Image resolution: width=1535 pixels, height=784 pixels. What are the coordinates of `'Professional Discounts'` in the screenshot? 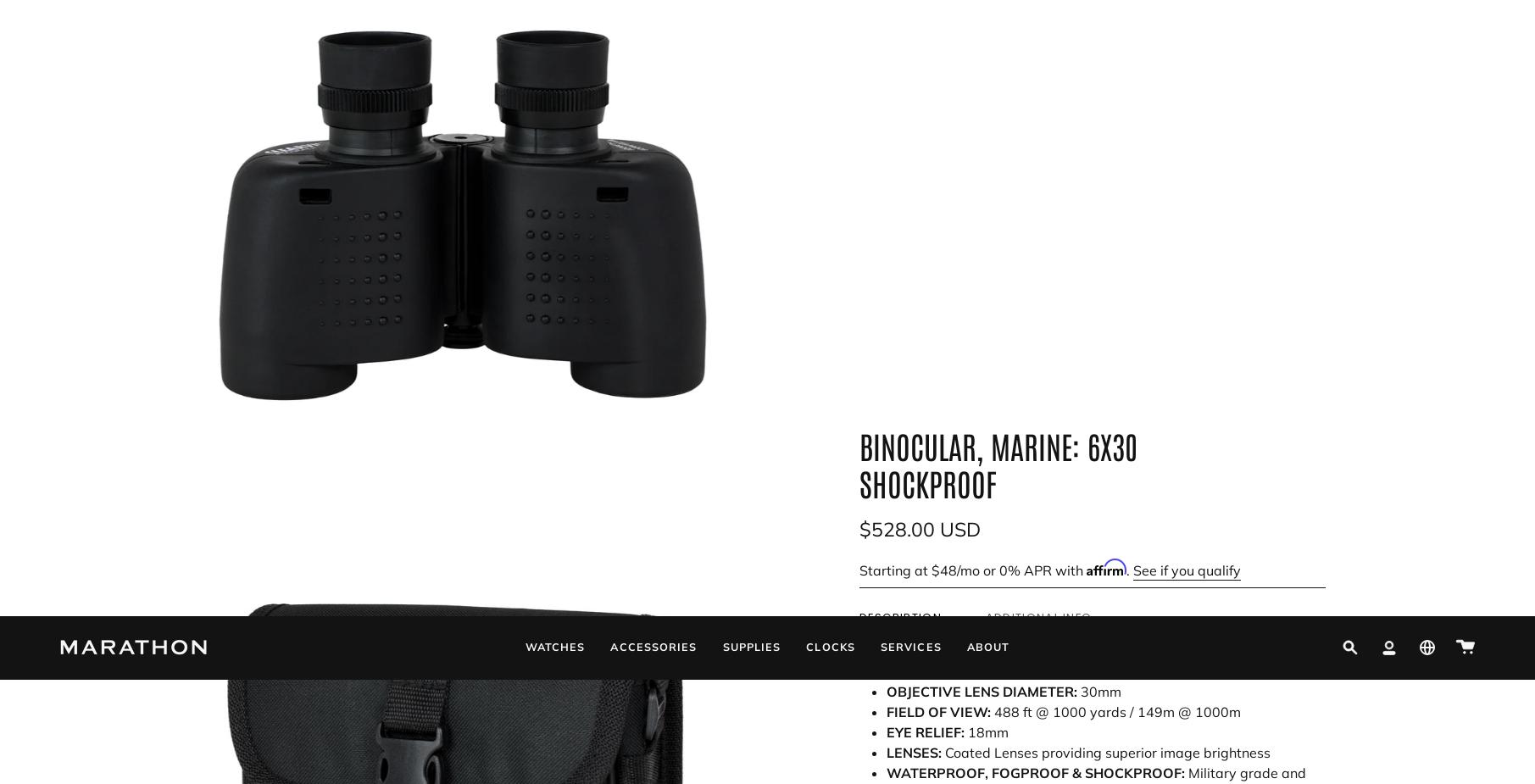 It's located at (609, 654).